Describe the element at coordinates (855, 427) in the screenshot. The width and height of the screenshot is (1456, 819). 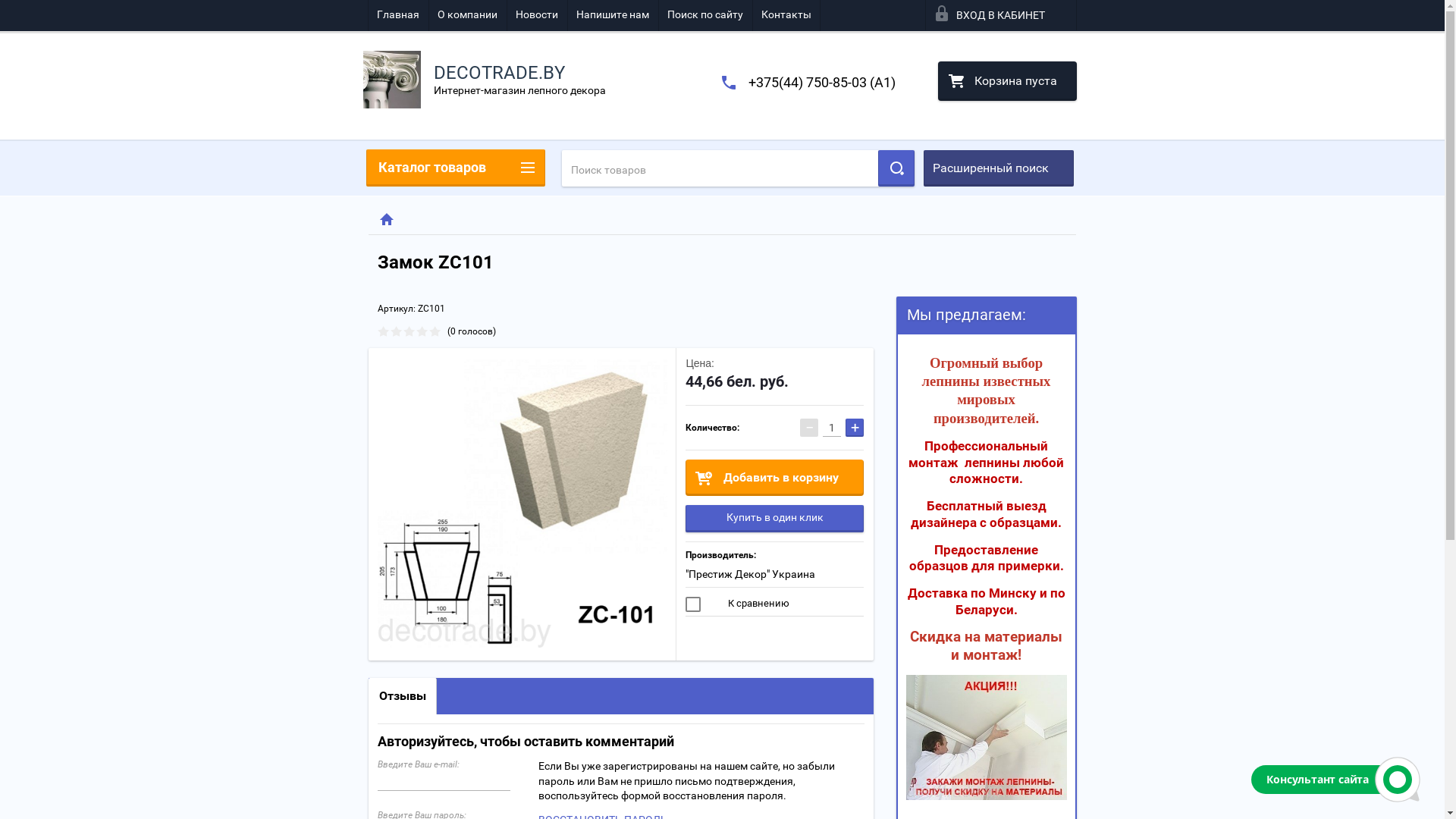
I see `'+'` at that location.